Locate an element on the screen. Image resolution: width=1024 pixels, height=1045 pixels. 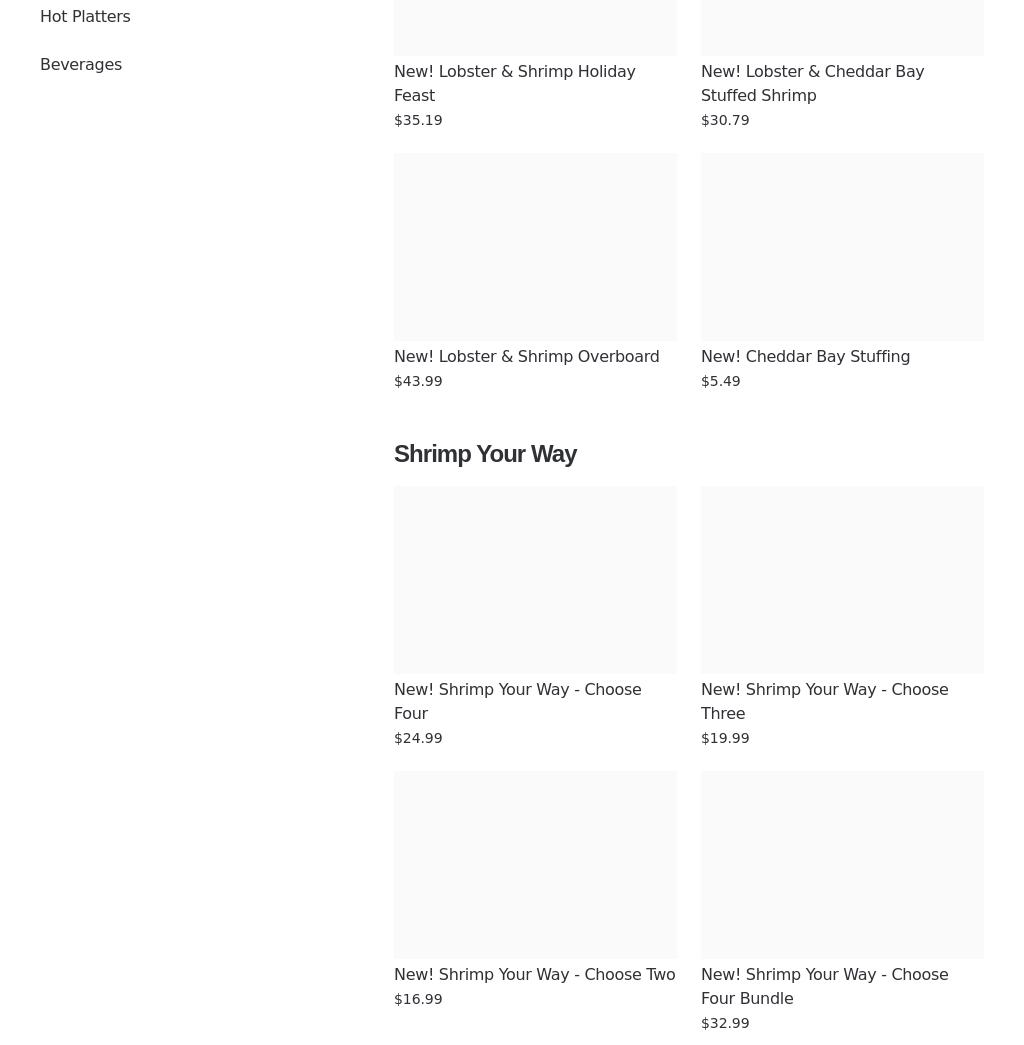
'$19.99' is located at coordinates (724, 736).